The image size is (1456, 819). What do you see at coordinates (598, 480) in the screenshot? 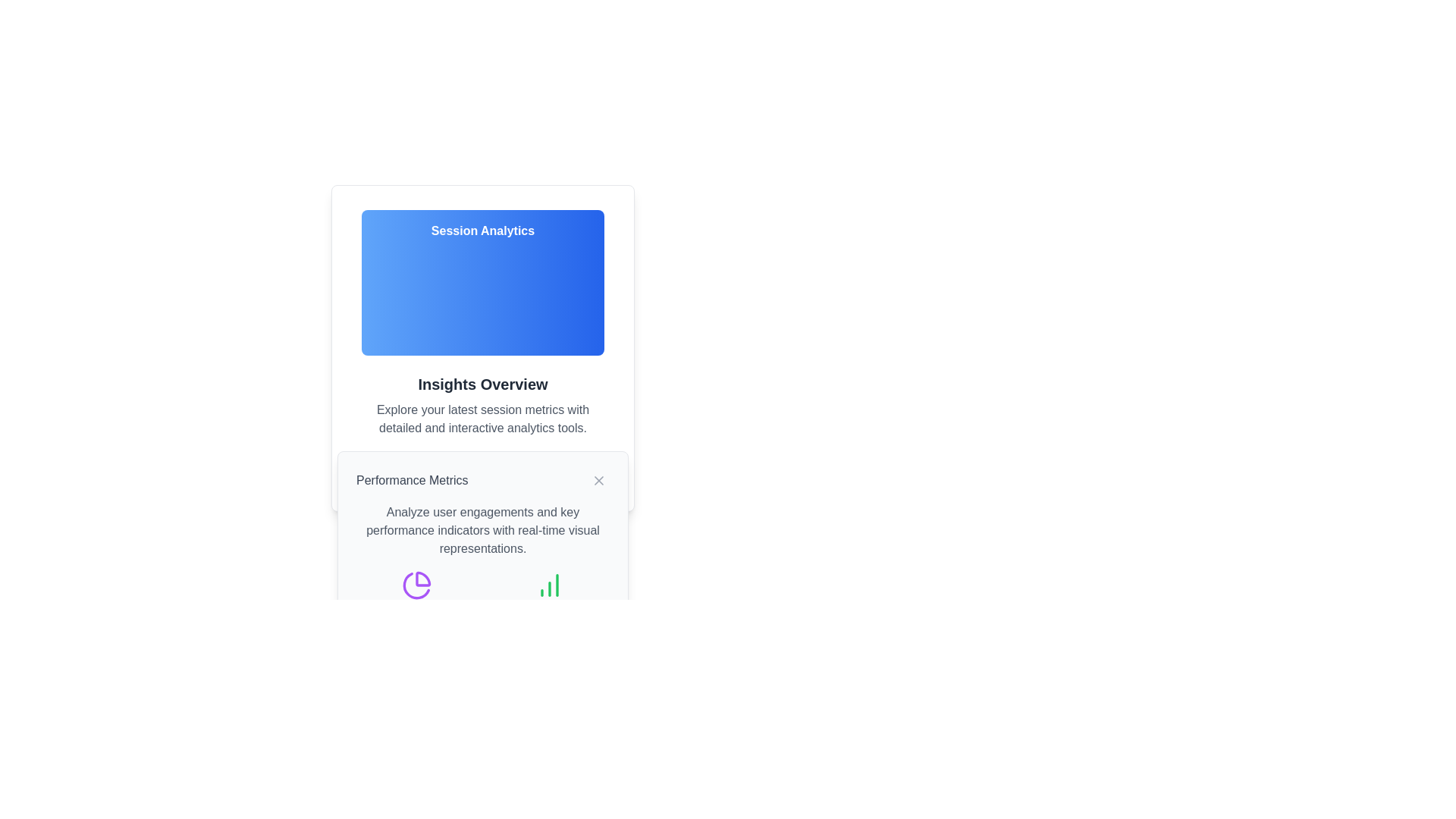
I see `the circular button with an 'X' icon inside, located near the top right of the 'Performance Metrics' section header, to observe any visual feedback` at bounding box center [598, 480].